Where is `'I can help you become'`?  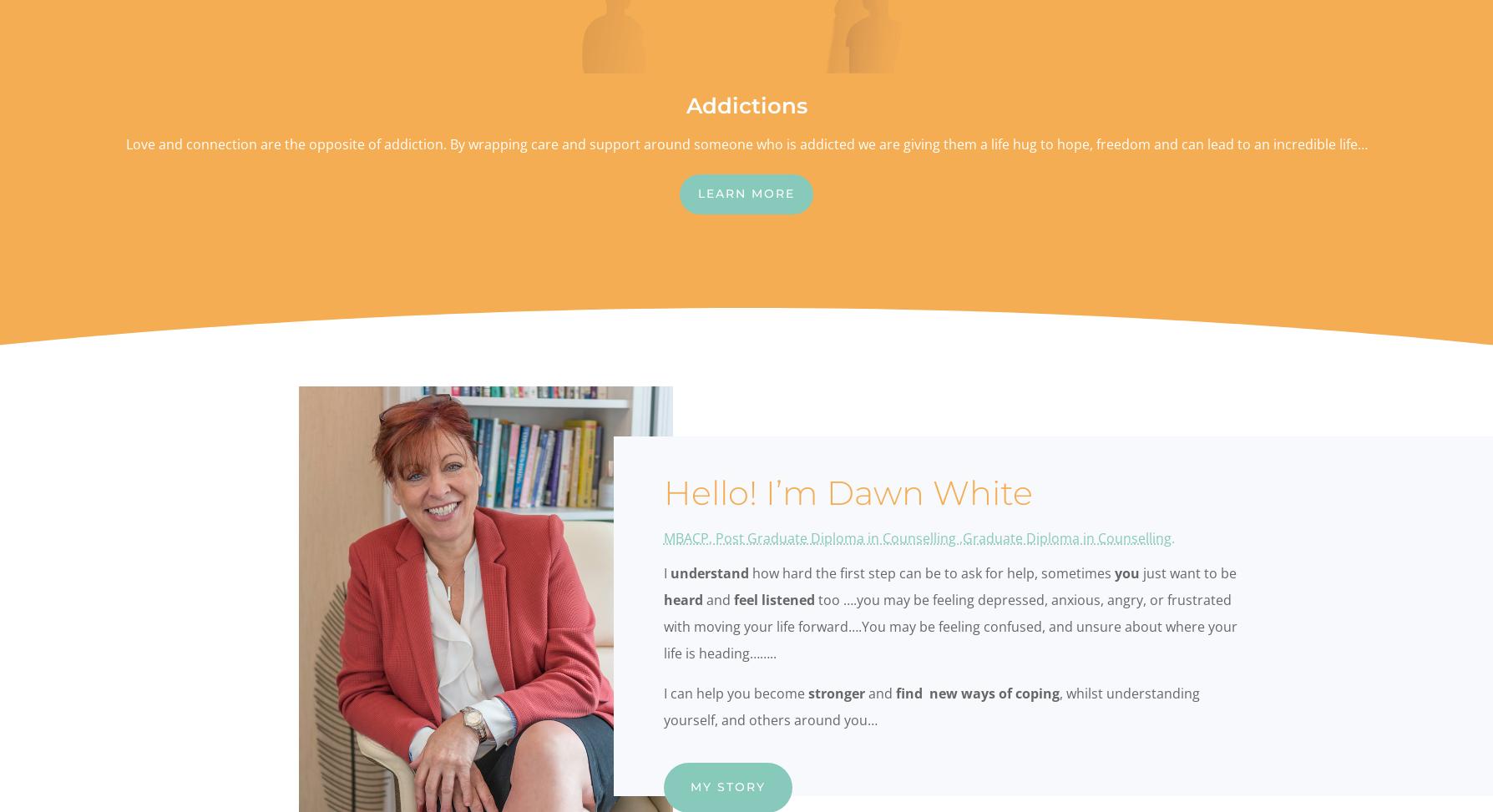
'I can help you become' is located at coordinates (734, 691).